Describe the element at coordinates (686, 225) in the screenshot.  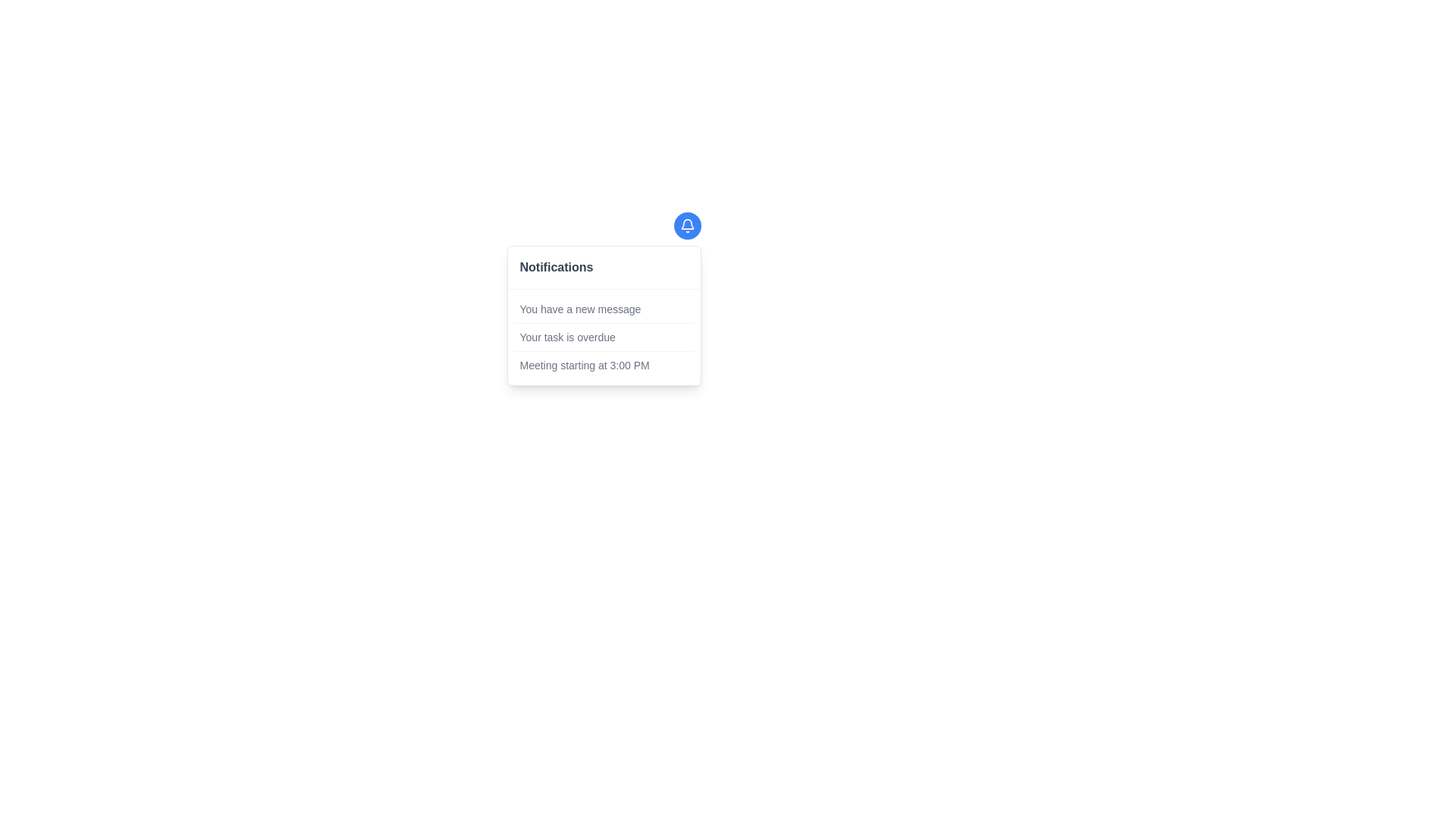
I see `the circular blue button with a white bell icon located at the top-right corner of the notification panel` at that location.